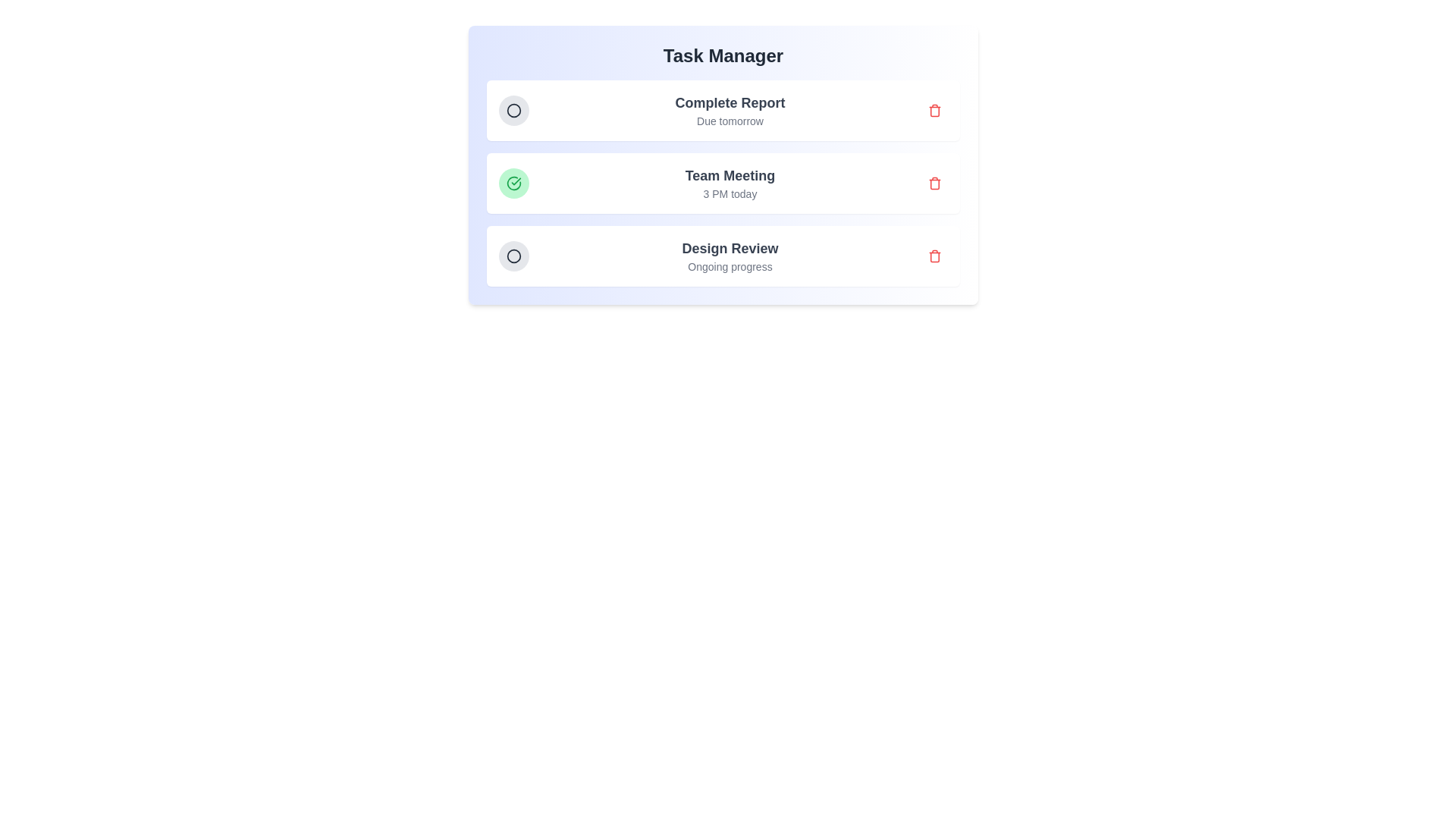 This screenshot has width=1456, height=819. What do you see at coordinates (934, 183) in the screenshot?
I see `the red trash can icon adjacent to the 'Team Meeting' task` at bounding box center [934, 183].